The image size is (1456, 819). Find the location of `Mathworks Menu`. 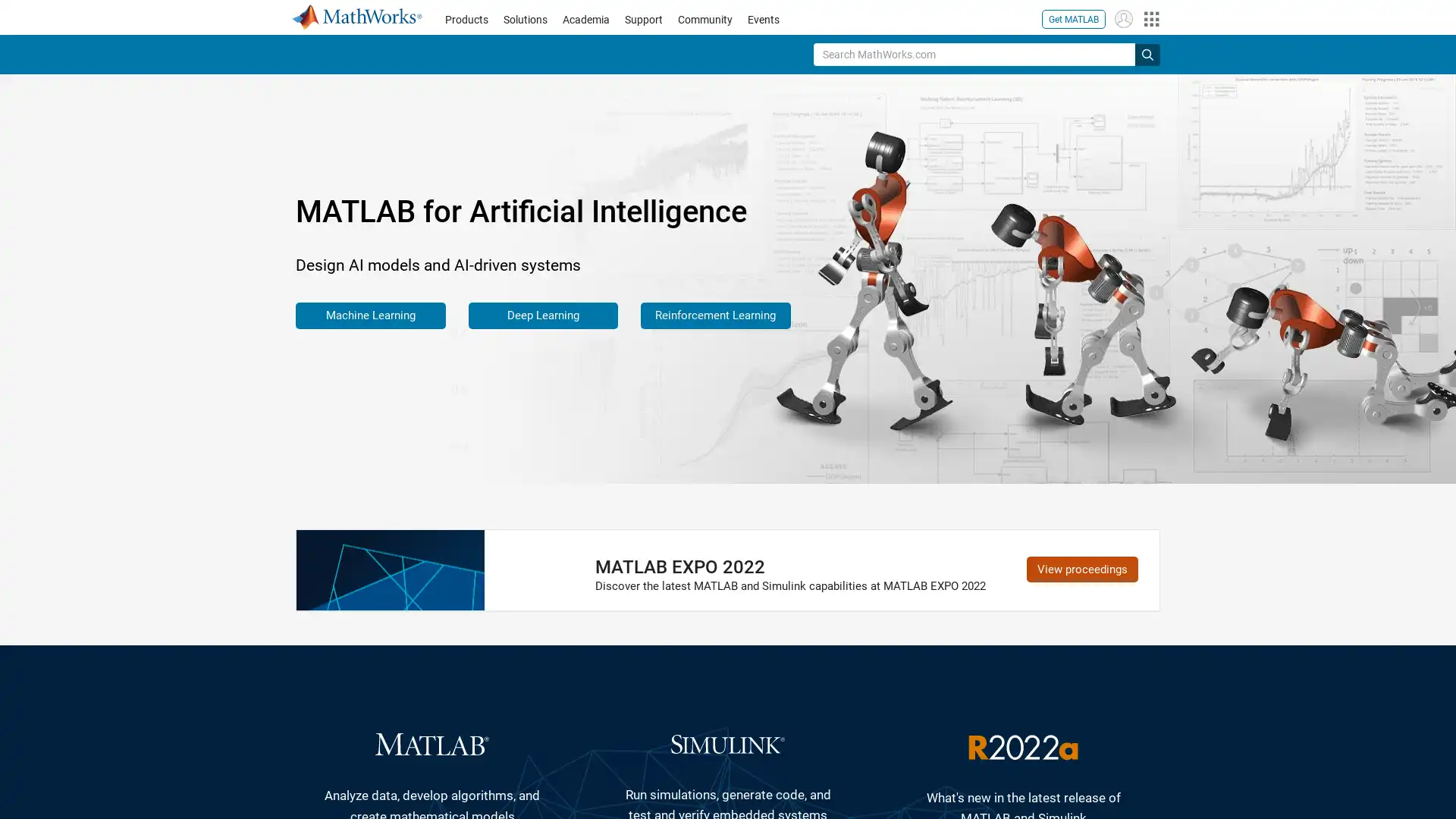

Mathworks Menu is located at coordinates (1150, 18).